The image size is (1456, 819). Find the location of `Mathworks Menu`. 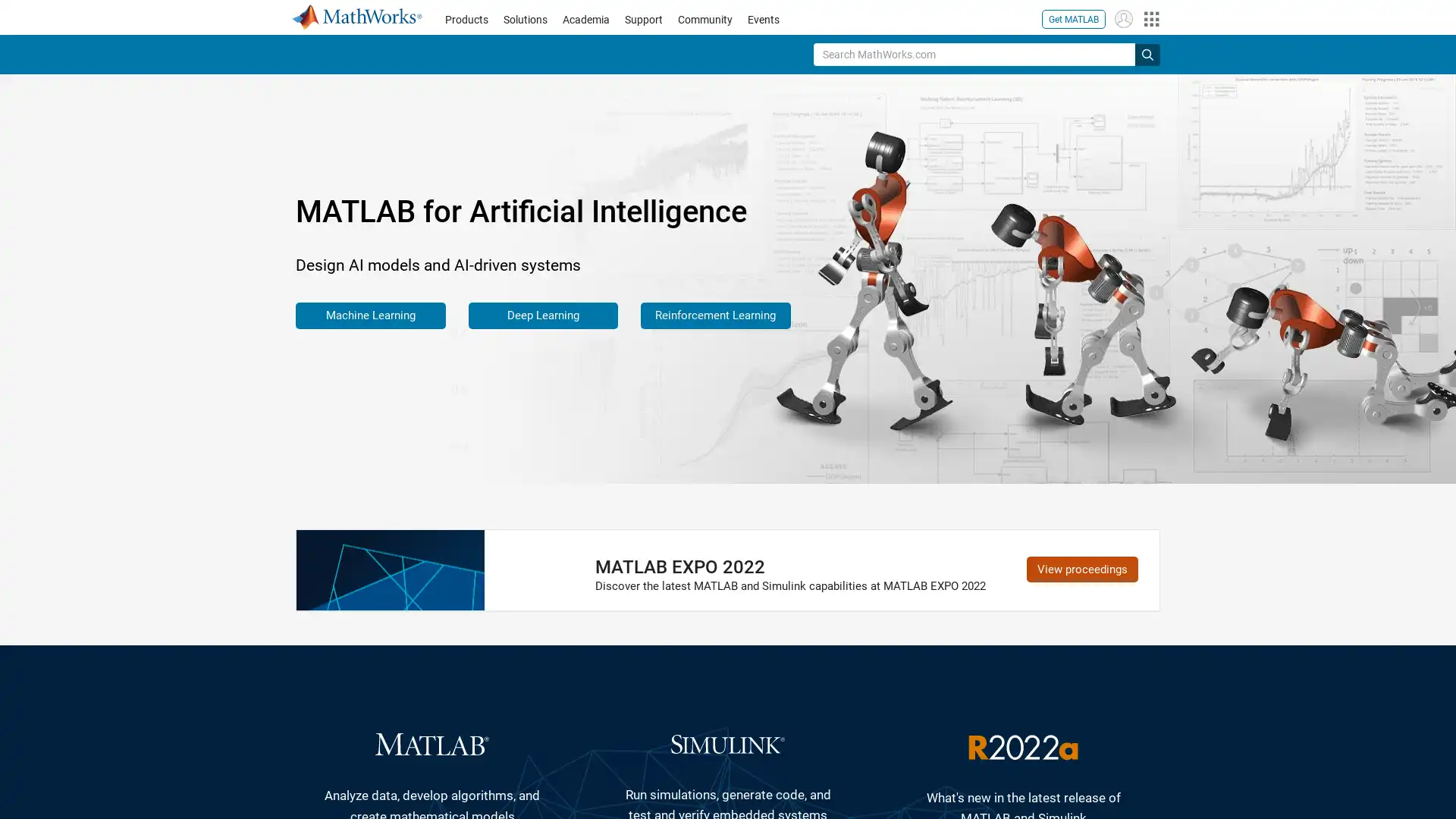

Mathworks Menu is located at coordinates (1150, 18).